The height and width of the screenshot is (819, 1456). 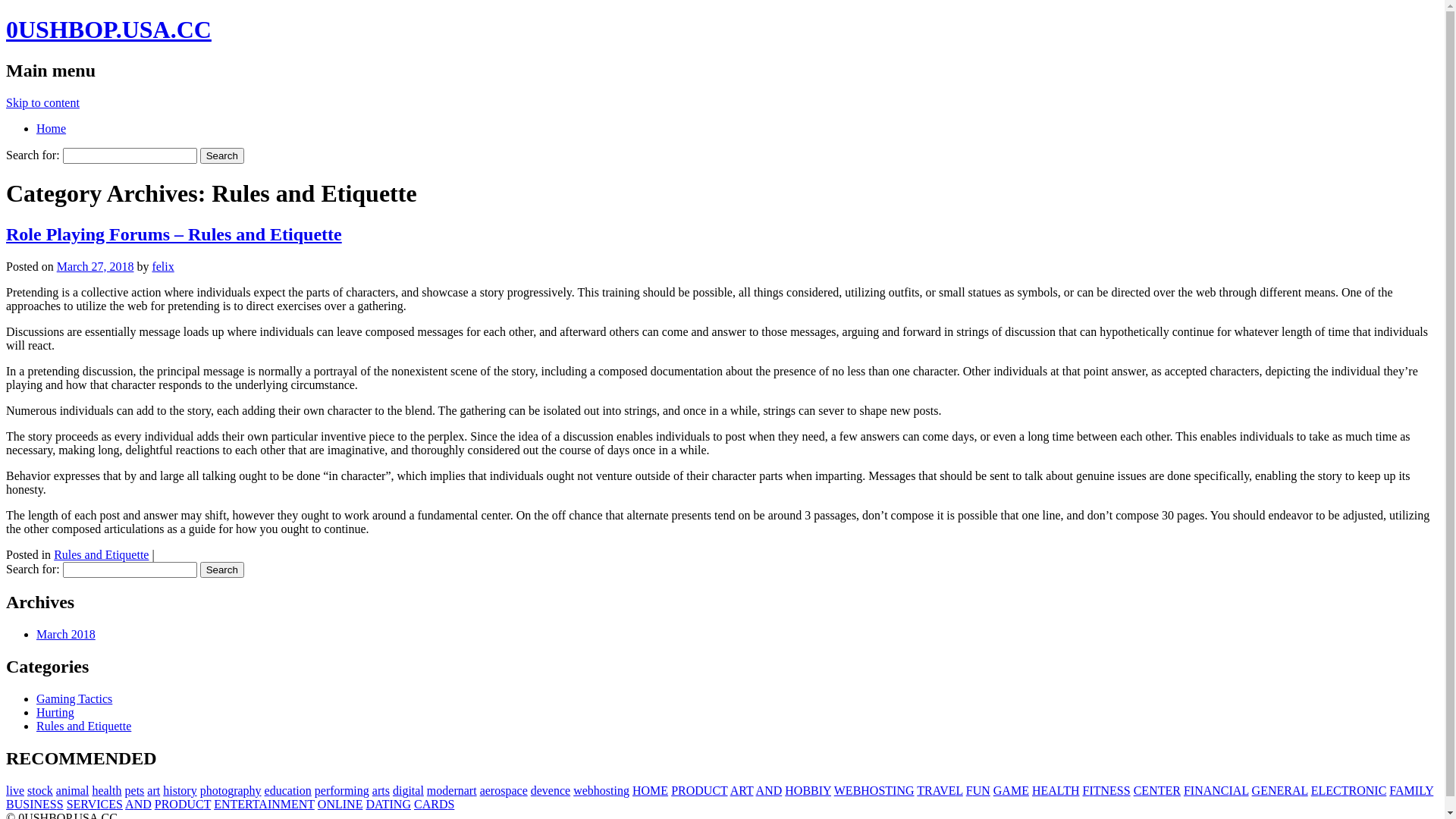 What do you see at coordinates (391, 803) in the screenshot?
I see `'I'` at bounding box center [391, 803].